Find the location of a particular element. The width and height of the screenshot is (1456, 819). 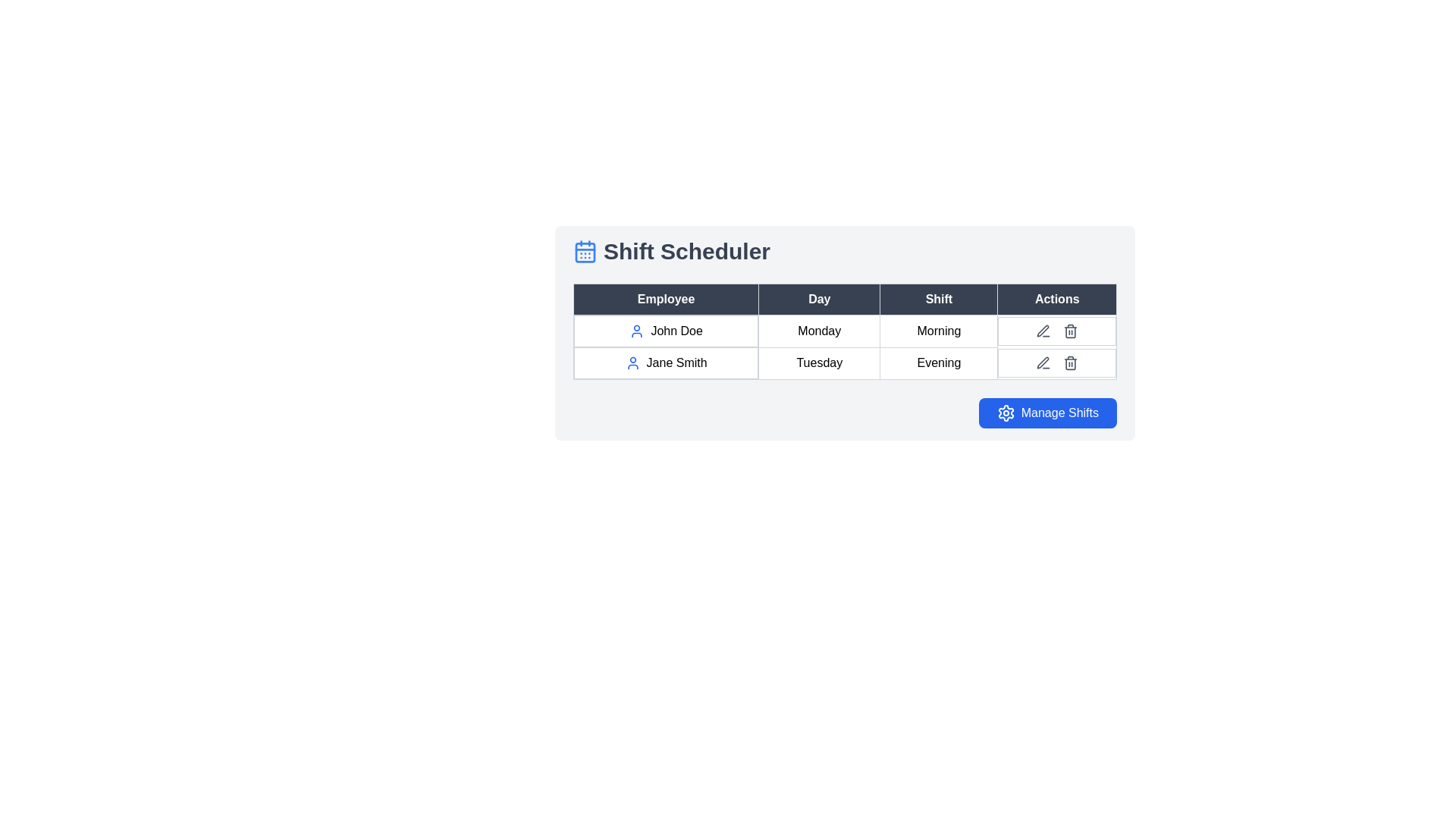

the third column header in the table that is positioned between the headers labeled 'Day' and 'Actions' is located at coordinates (938, 299).